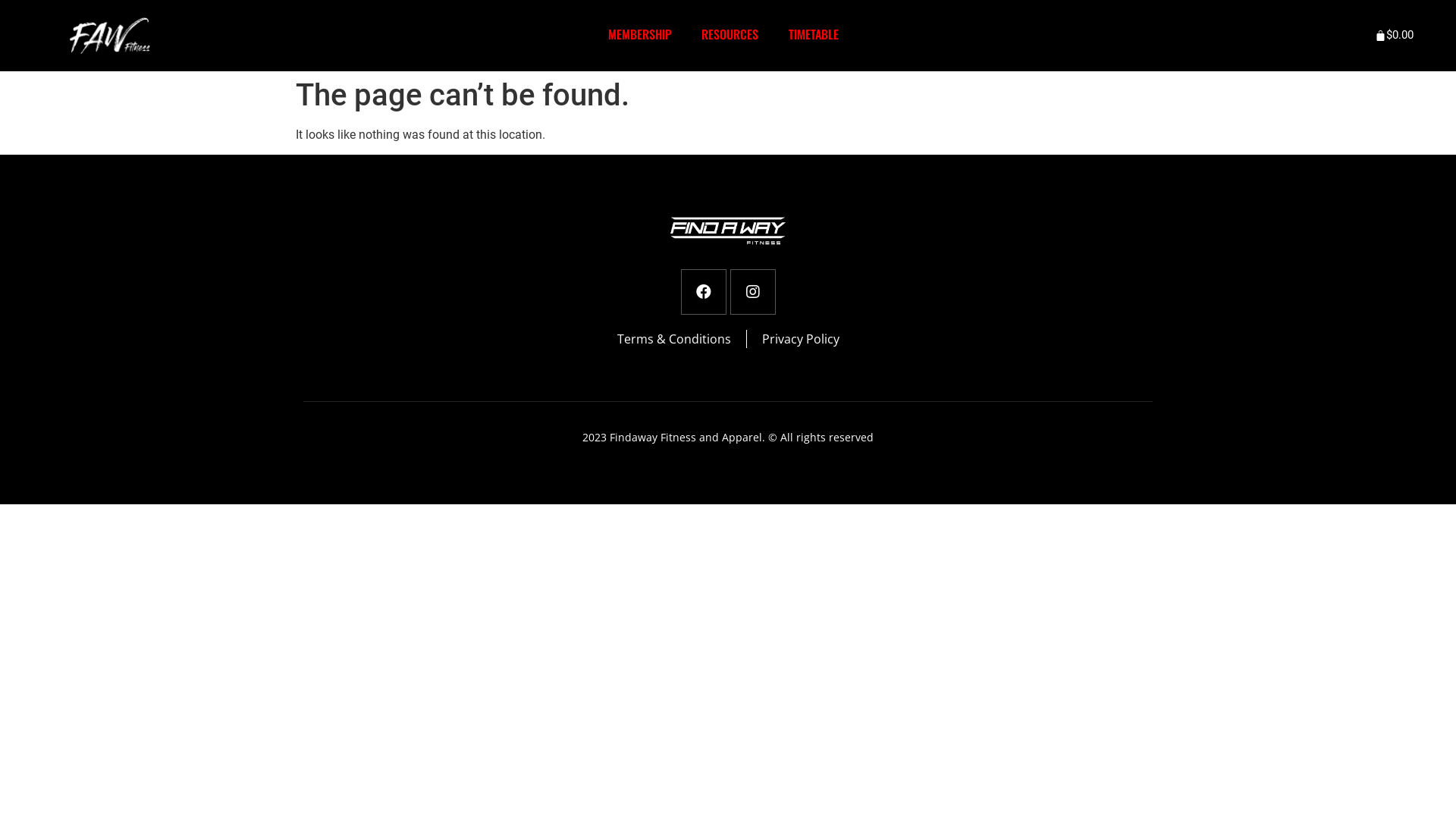 The height and width of the screenshot is (819, 1456). I want to click on 'Privacy Policy', so click(799, 338).